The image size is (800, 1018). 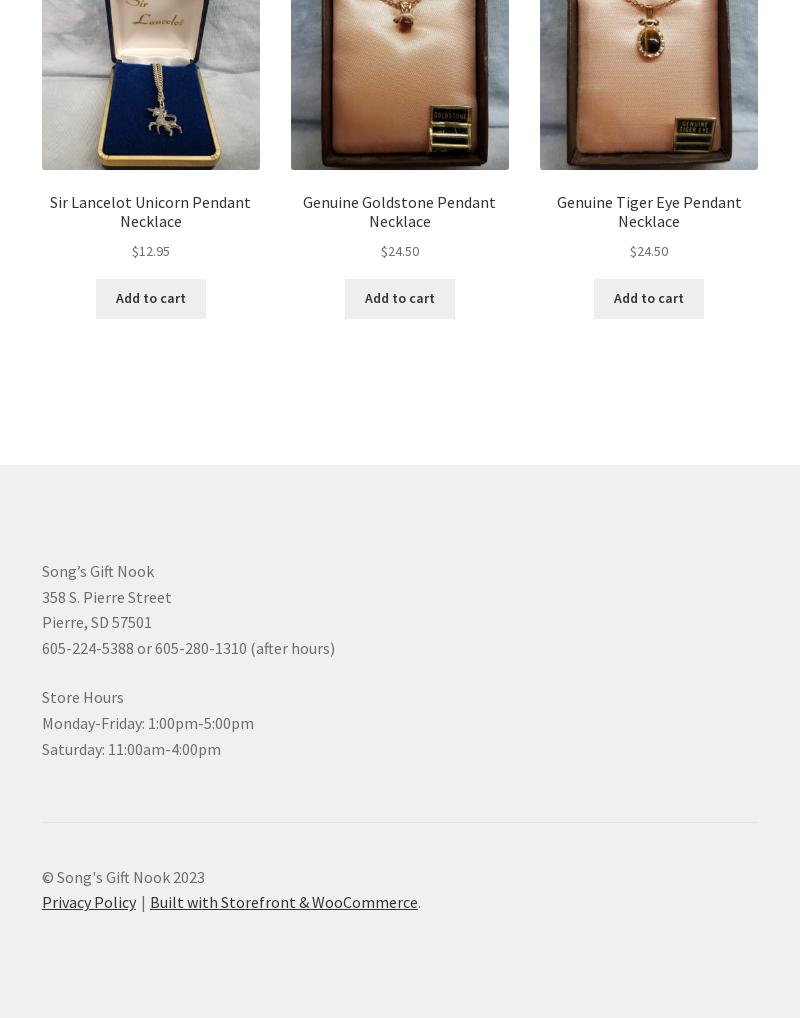 I want to click on '605-224-5388 or 605-280-1310 (after hours)', so click(x=39, y=646).